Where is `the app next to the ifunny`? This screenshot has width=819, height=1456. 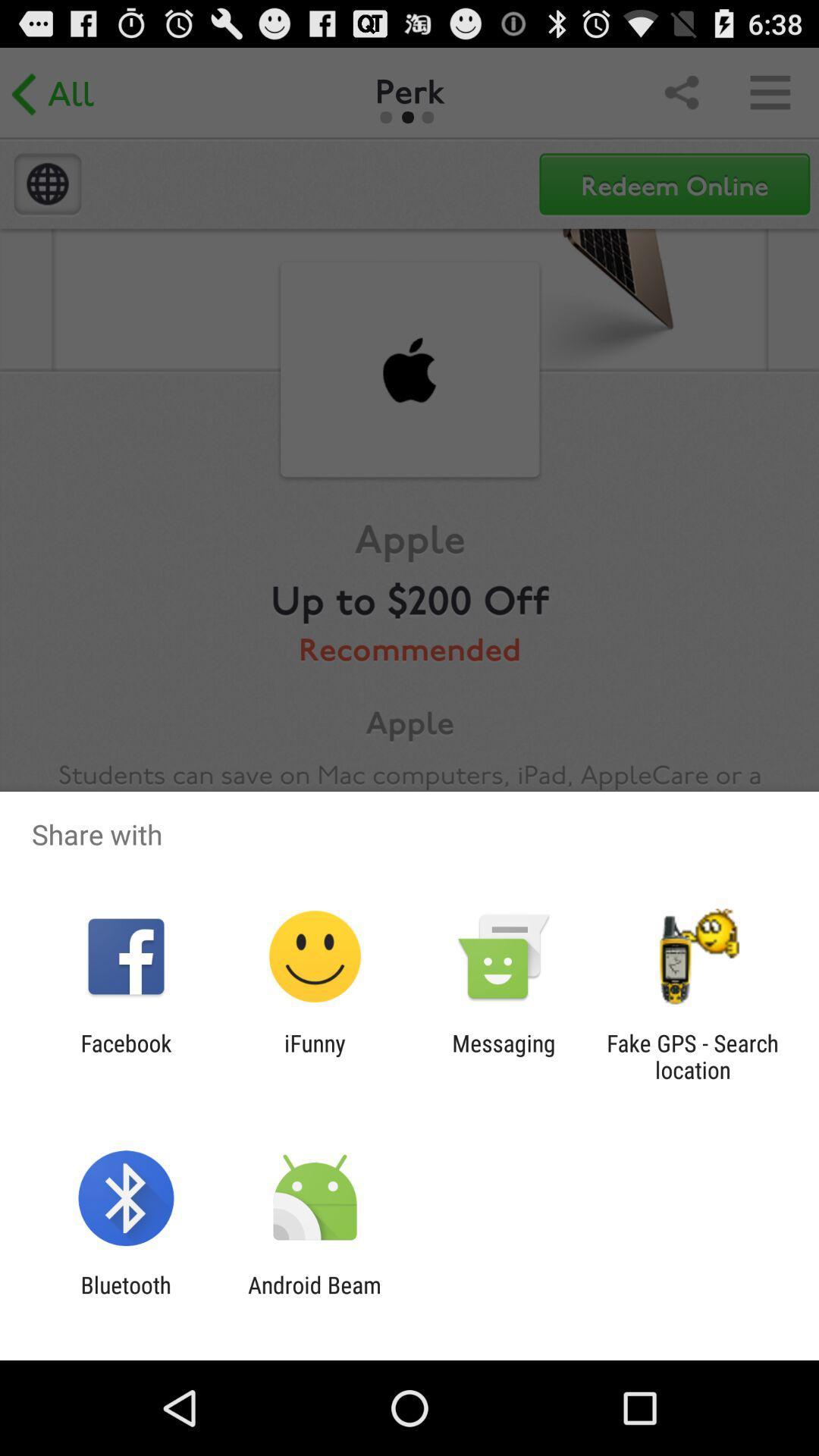
the app next to the ifunny is located at coordinates (504, 1056).